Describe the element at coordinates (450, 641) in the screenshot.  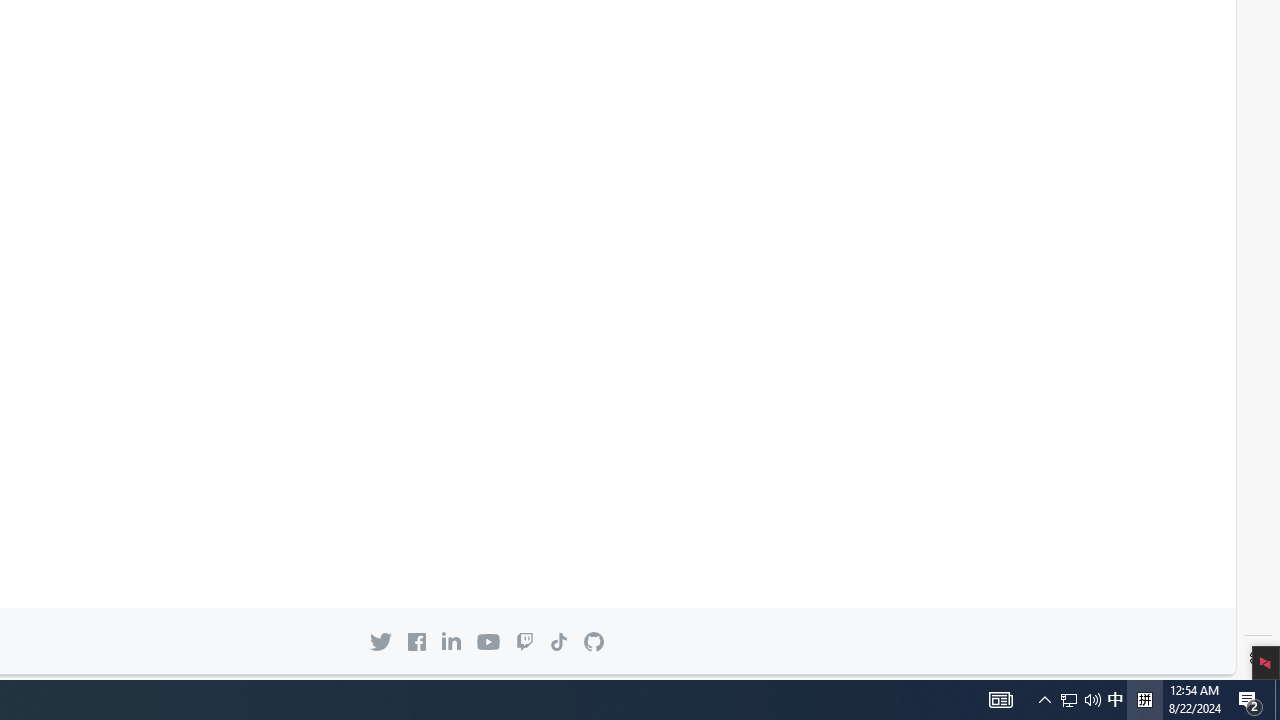
I see `'GitHub on LinkedIn'` at that location.